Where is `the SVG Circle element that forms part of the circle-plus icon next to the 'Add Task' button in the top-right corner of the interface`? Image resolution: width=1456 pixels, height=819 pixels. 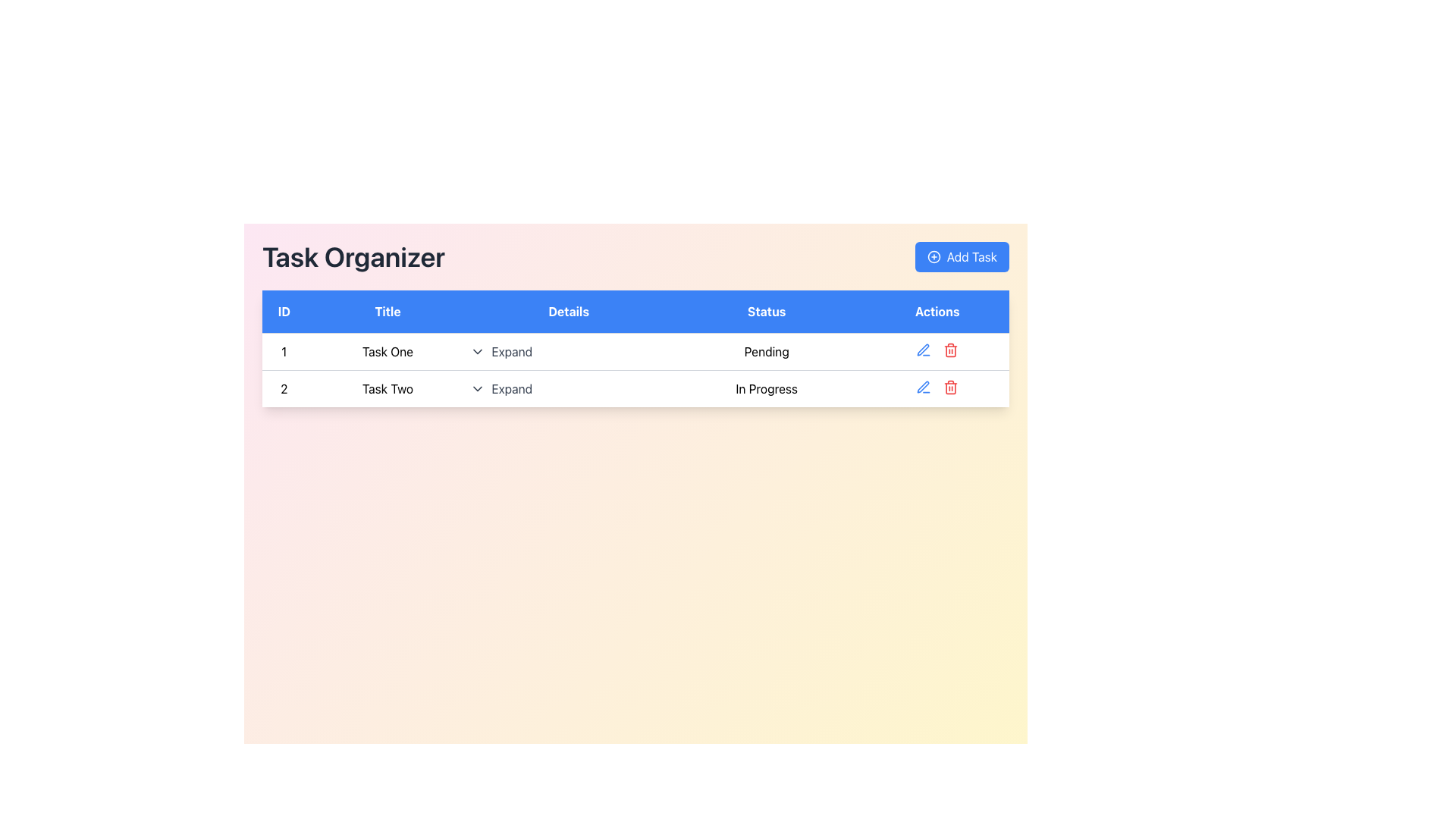
the SVG Circle element that forms part of the circle-plus icon next to the 'Add Task' button in the top-right corner of the interface is located at coordinates (933, 256).